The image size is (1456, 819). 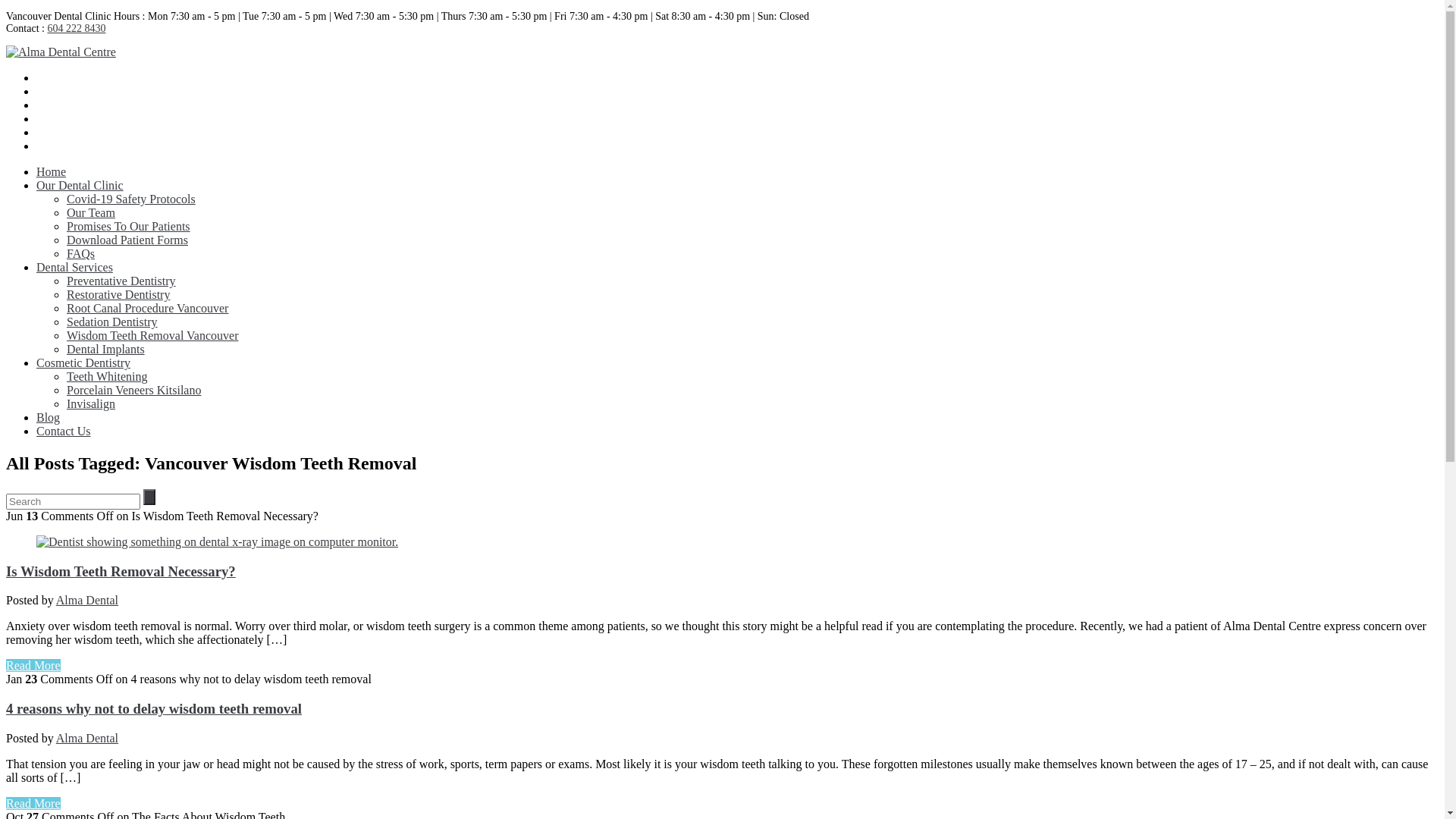 I want to click on 'Restorative Dentistry', so click(x=118, y=294).